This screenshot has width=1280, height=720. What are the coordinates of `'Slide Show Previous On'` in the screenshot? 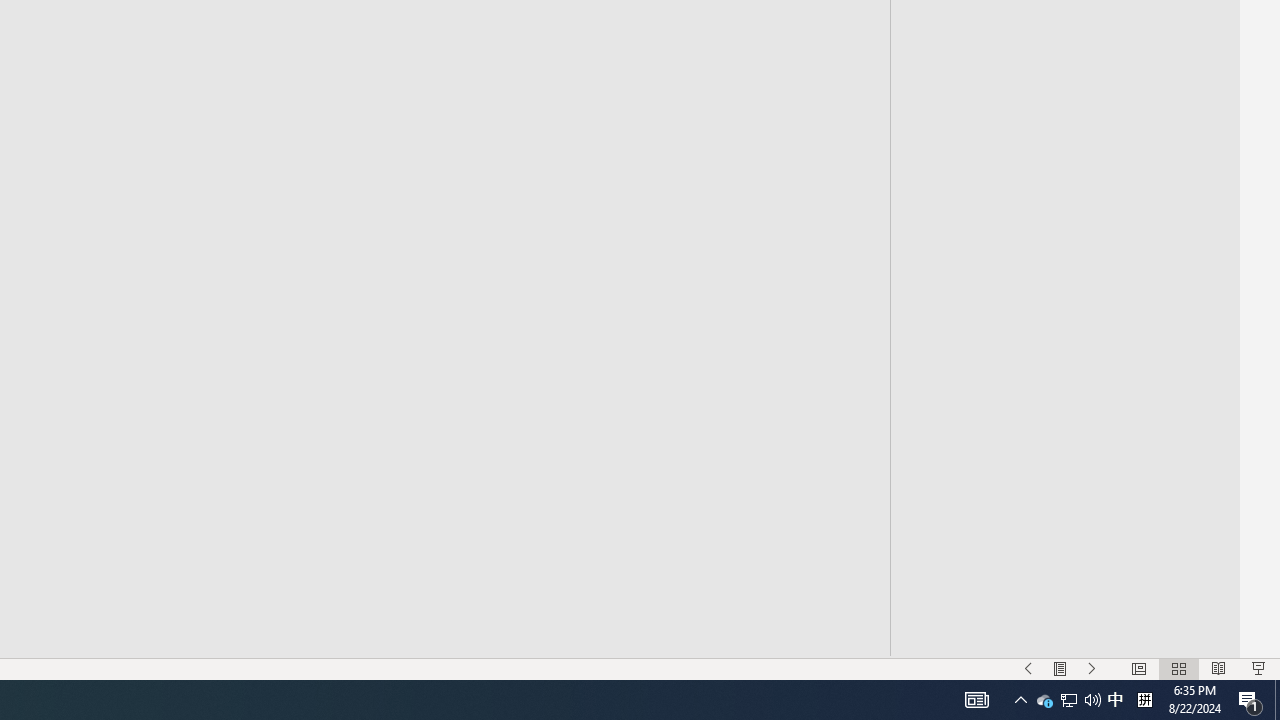 It's located at (1028, 669).